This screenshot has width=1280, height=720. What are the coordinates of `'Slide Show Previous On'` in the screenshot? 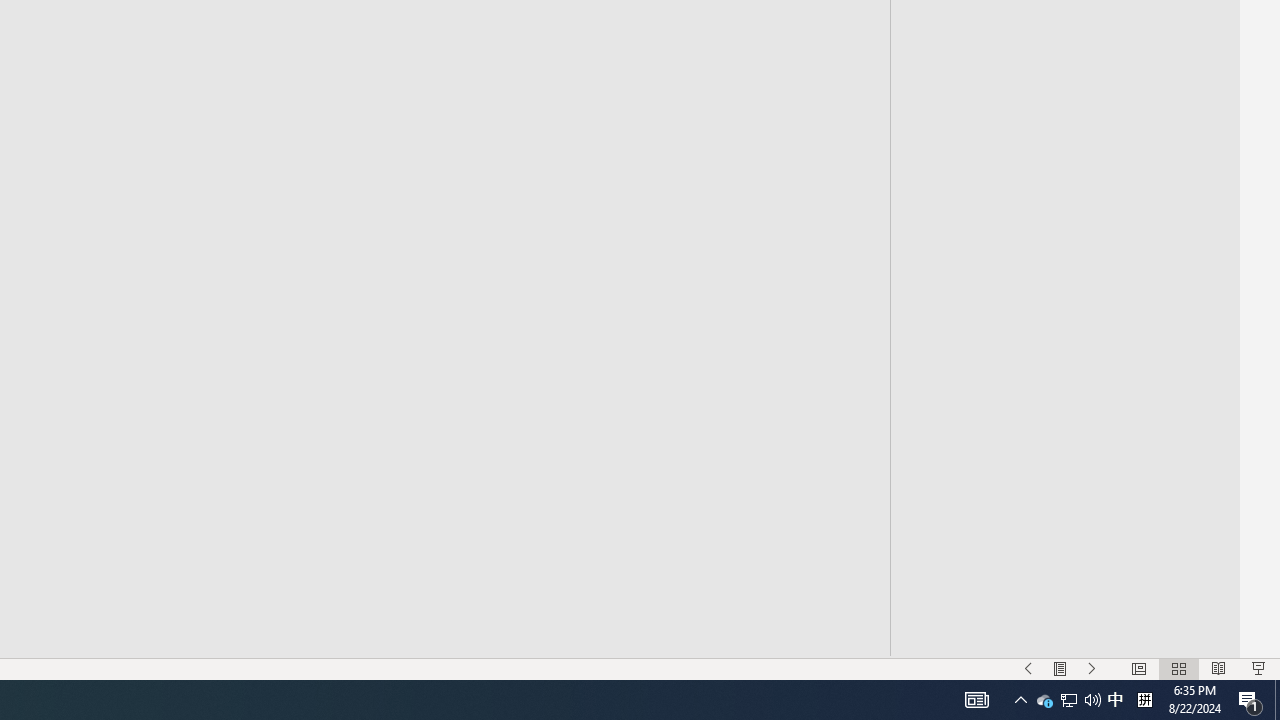 It's located at (1028, 669).